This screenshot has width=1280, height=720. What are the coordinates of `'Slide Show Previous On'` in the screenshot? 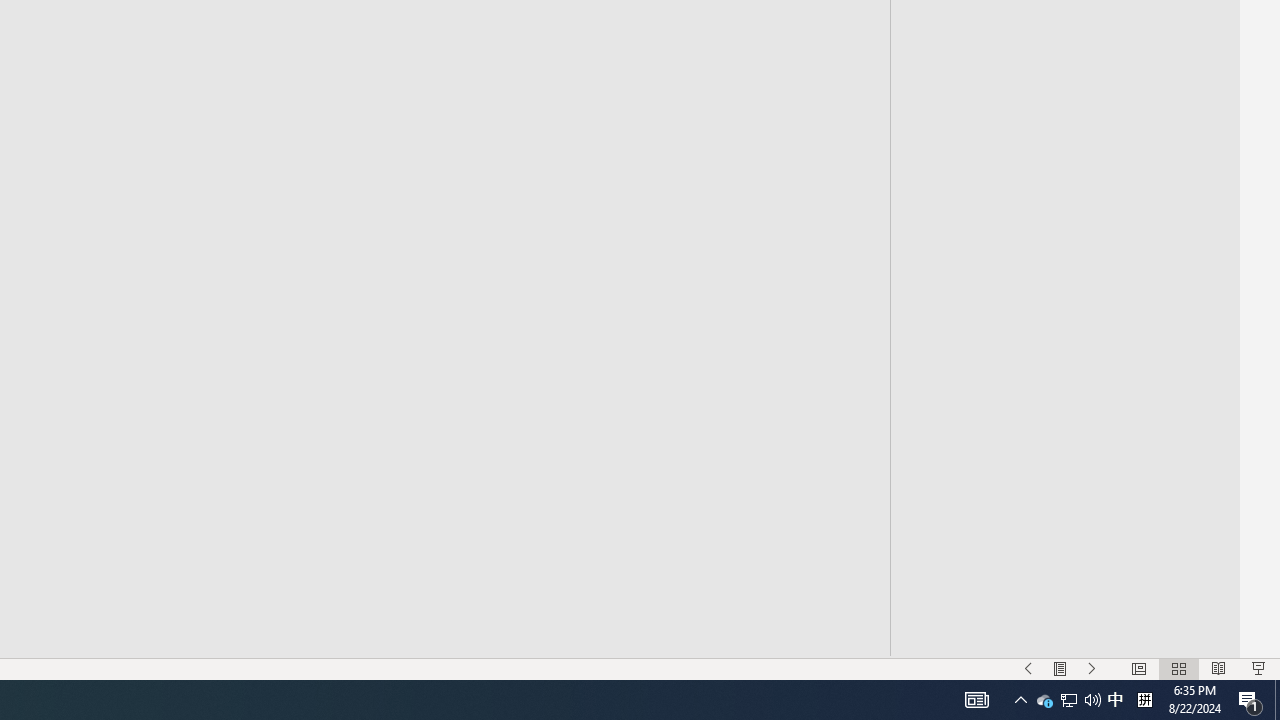 It's located at (1028, 669).